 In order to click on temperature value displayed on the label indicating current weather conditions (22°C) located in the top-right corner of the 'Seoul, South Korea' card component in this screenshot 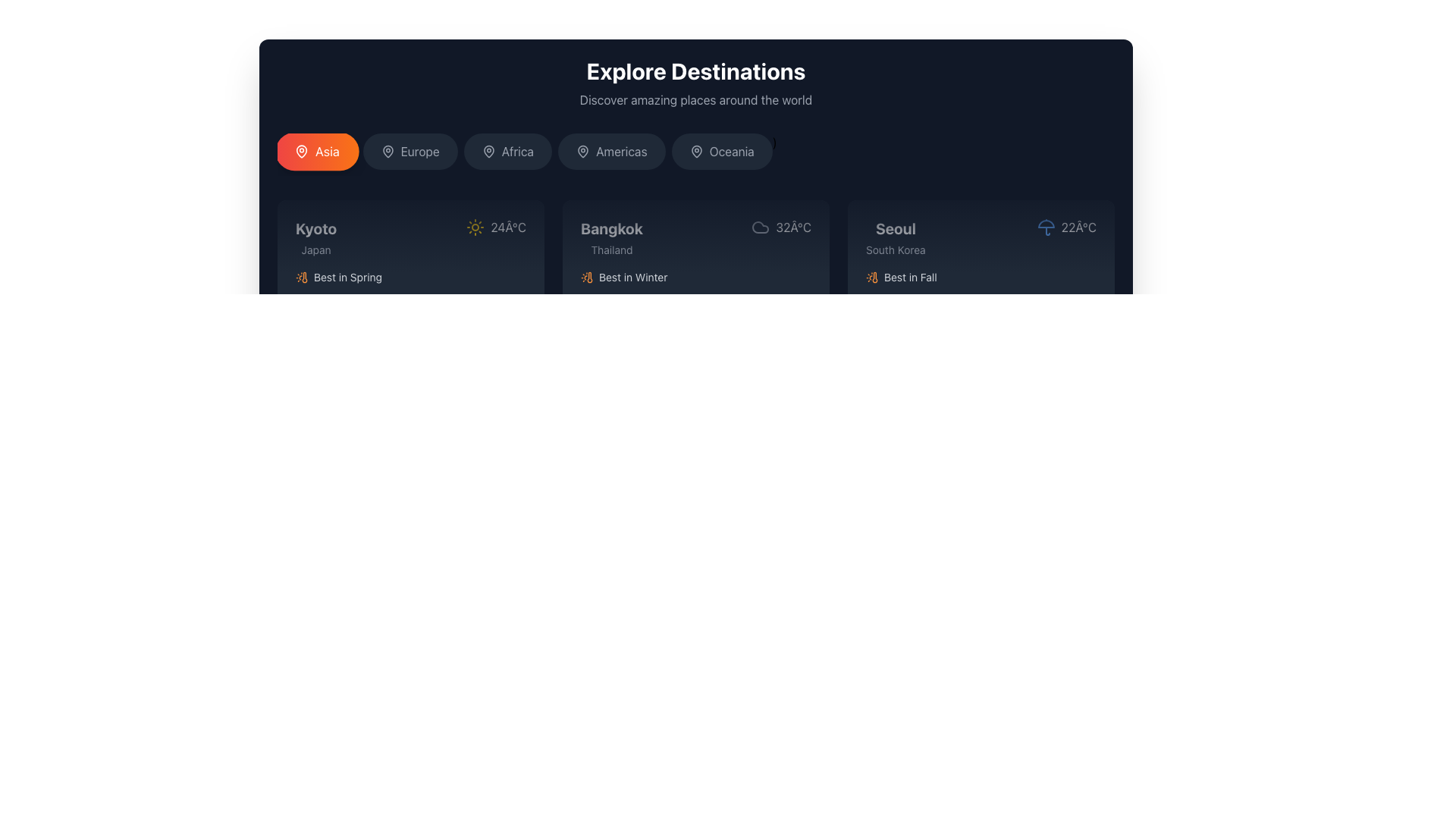, I will do `click(1065, 227)`.